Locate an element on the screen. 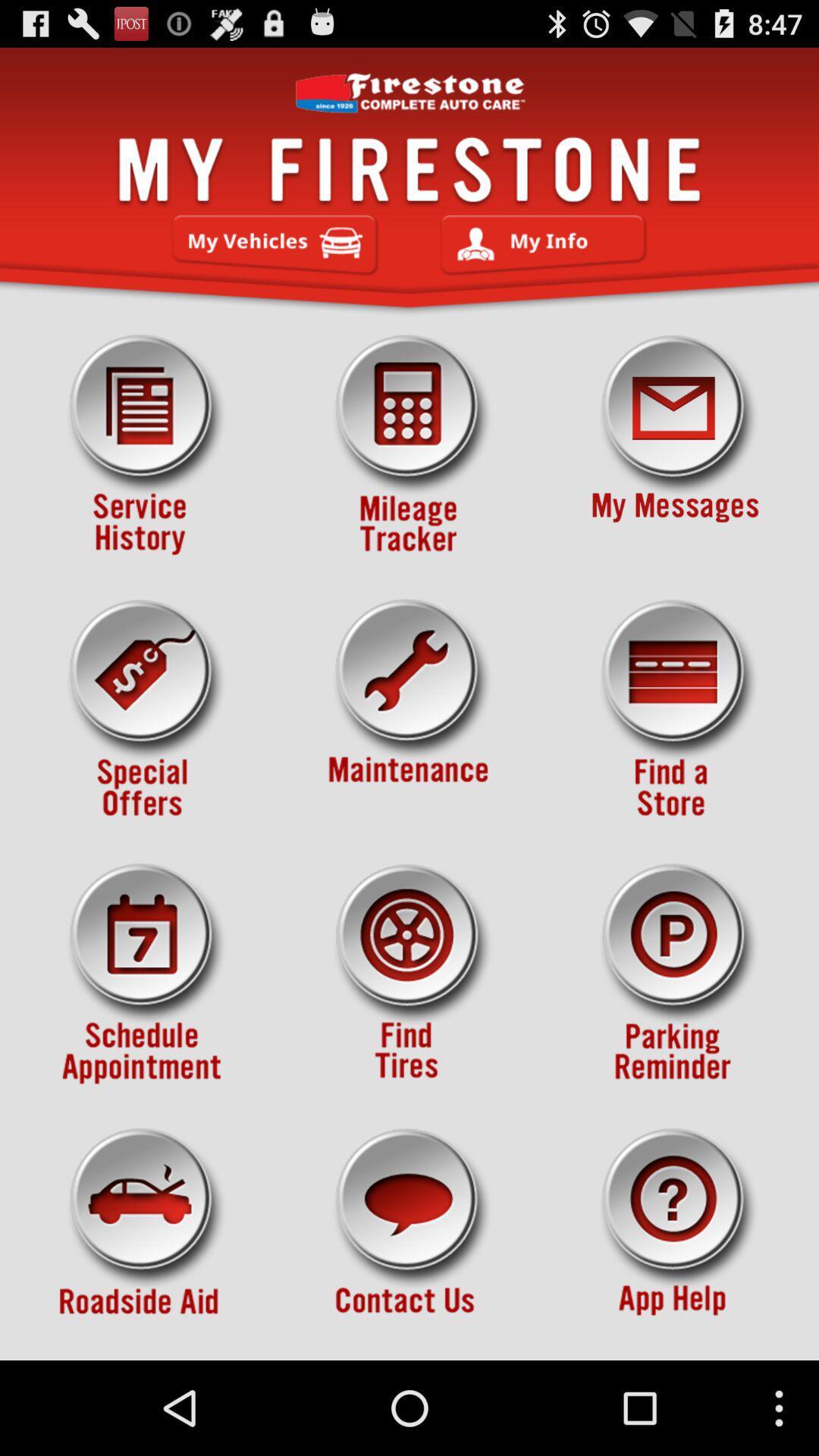  manage the tires lifetime is located at coordinates (409, 444).